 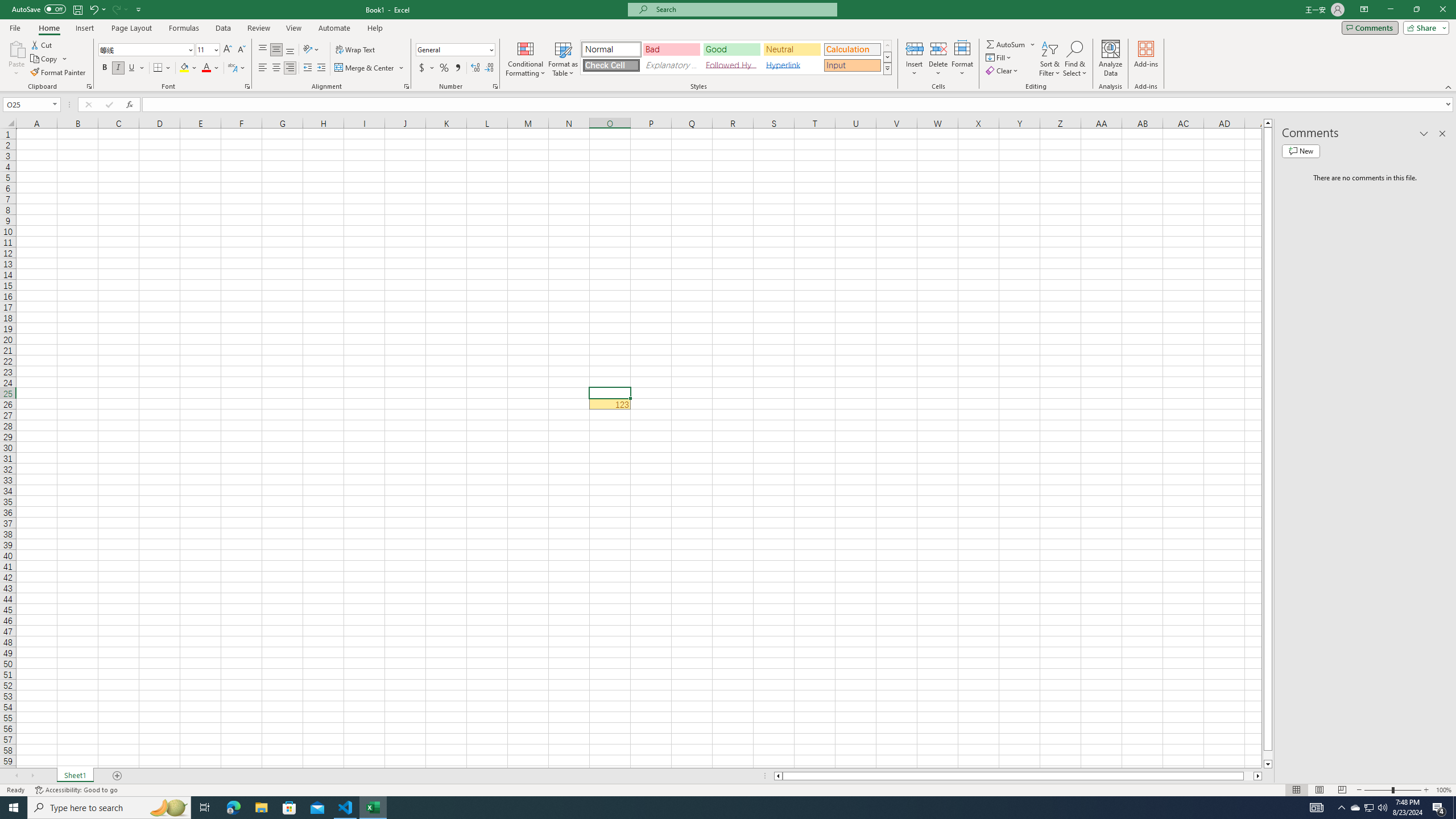 I want to click on 'Font Color RGB(255, 0, 0)', so click(x=206, y=67).